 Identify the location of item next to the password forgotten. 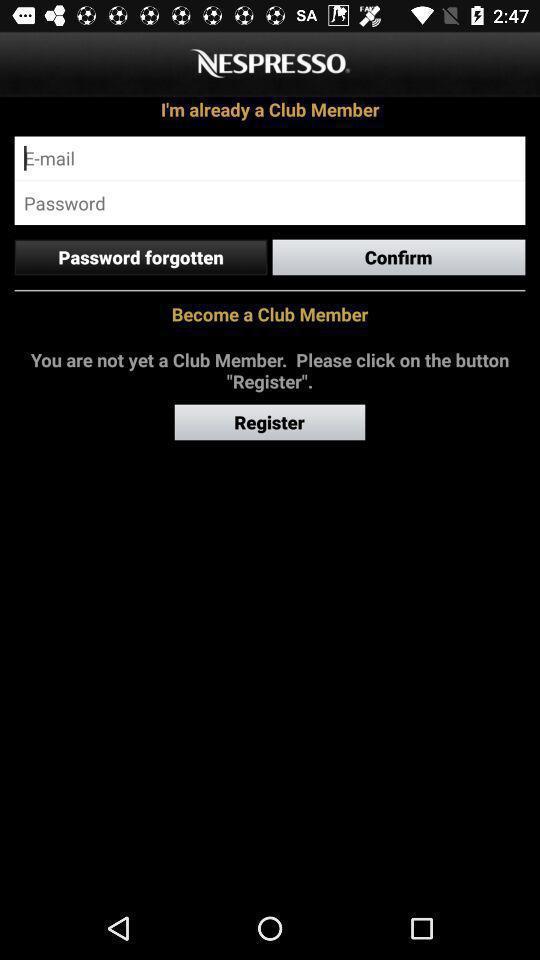
(399, 256).